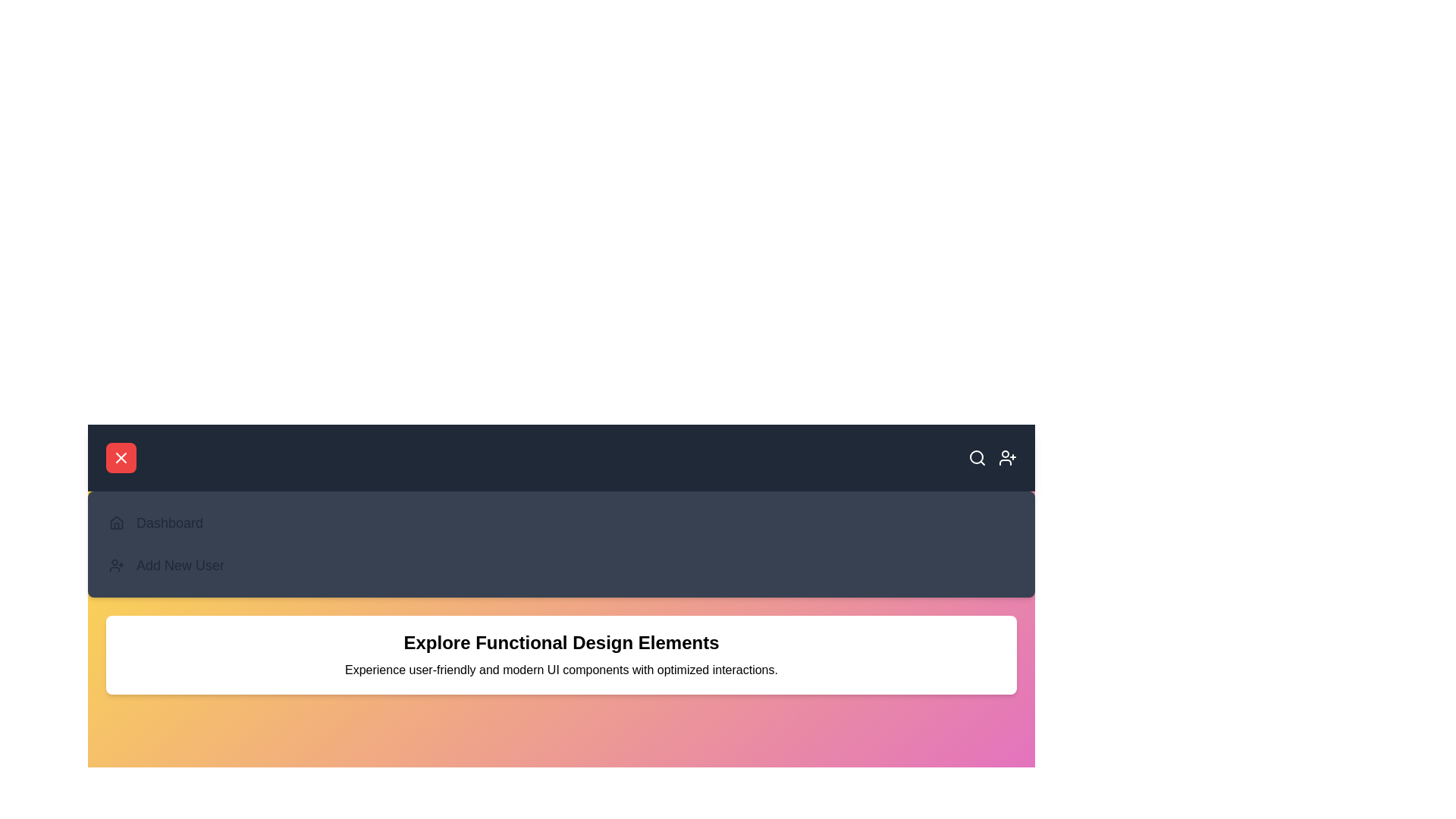 This screenshot has width=1456, height=819. Describe the element at coordinates (170, 522) in the screenshot. I see `the 'Dashboard' menu item in the navigation bar` at that location.